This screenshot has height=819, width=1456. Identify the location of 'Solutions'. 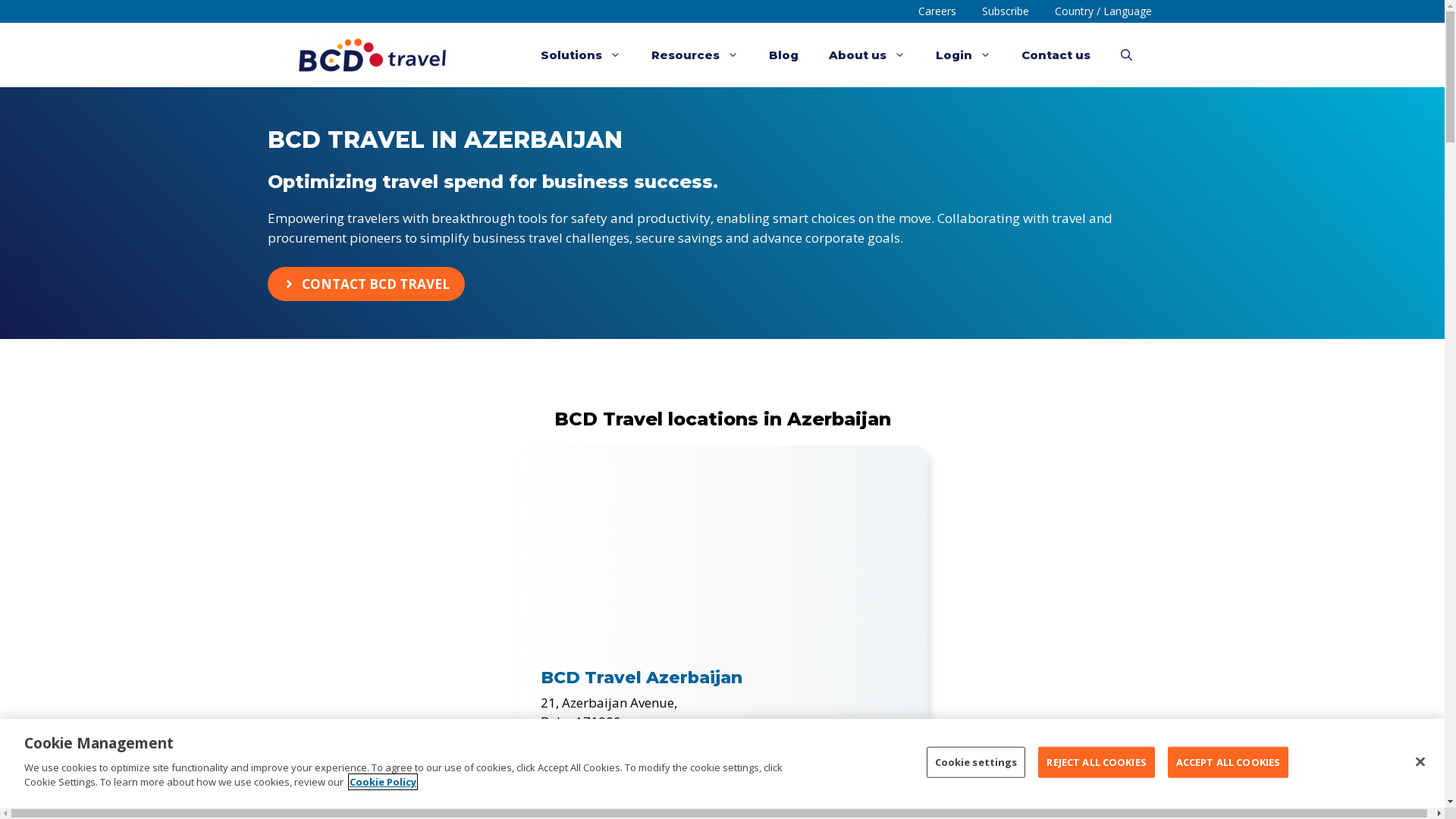
(524, 54).